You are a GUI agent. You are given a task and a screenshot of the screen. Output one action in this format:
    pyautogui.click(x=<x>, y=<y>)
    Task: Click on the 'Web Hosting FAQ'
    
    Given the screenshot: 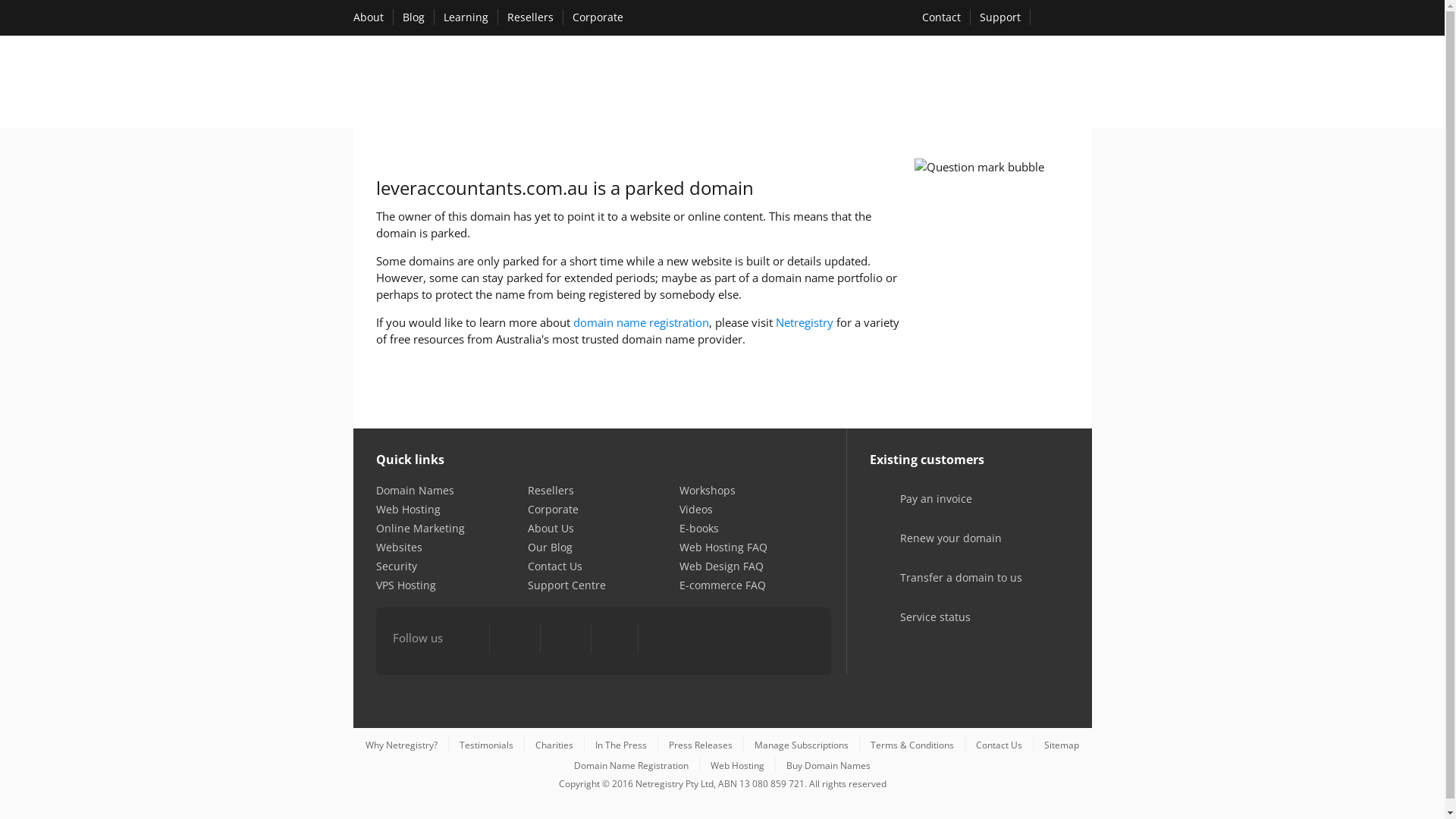 What is the action you would take?
    pyautogui.click(x=723, y=547)
    